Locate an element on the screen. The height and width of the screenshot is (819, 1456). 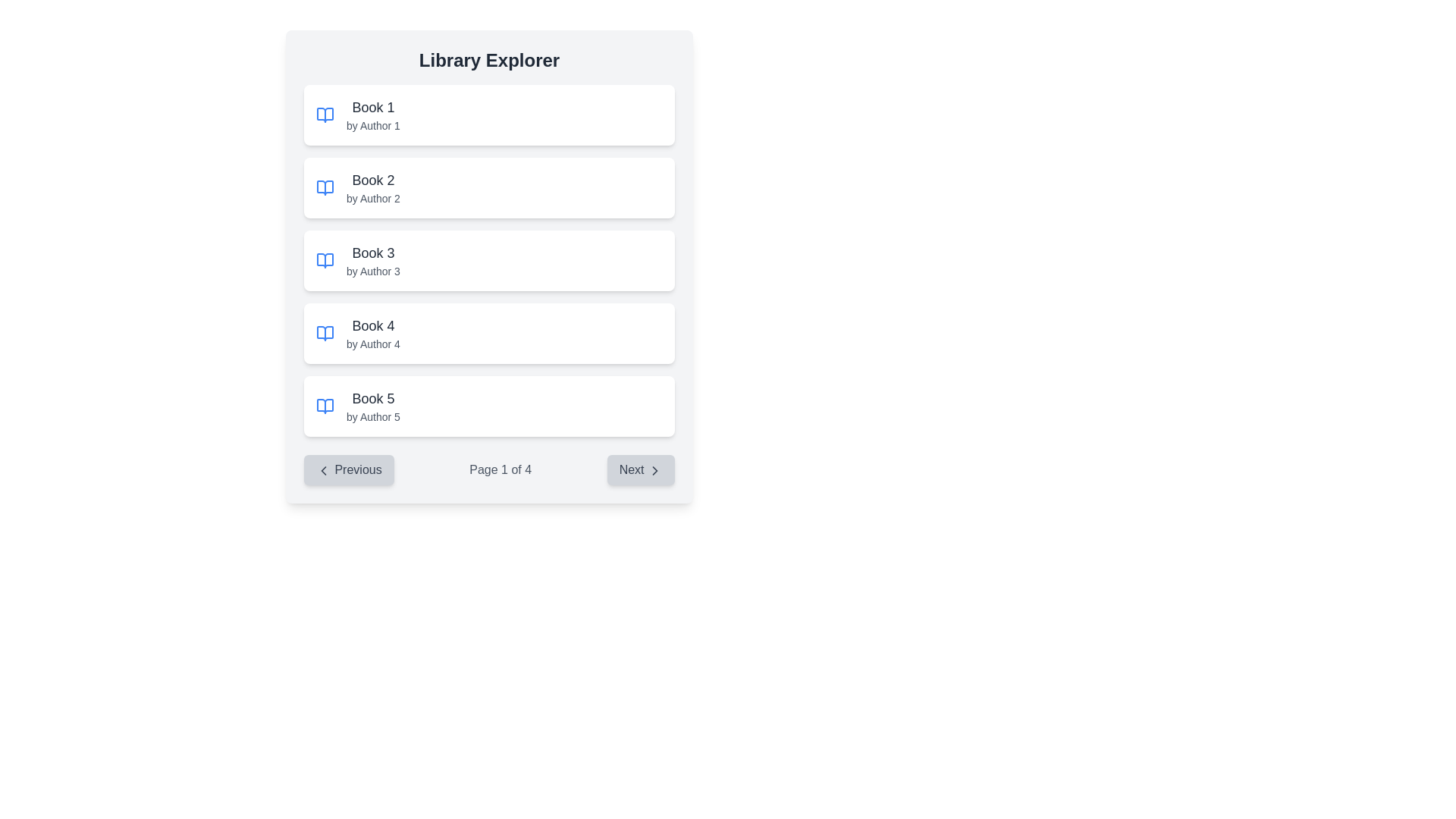
the fourth list item displaying the book title 'Book 4' and author 'by Author 4' is located at coordinates (489, 332).